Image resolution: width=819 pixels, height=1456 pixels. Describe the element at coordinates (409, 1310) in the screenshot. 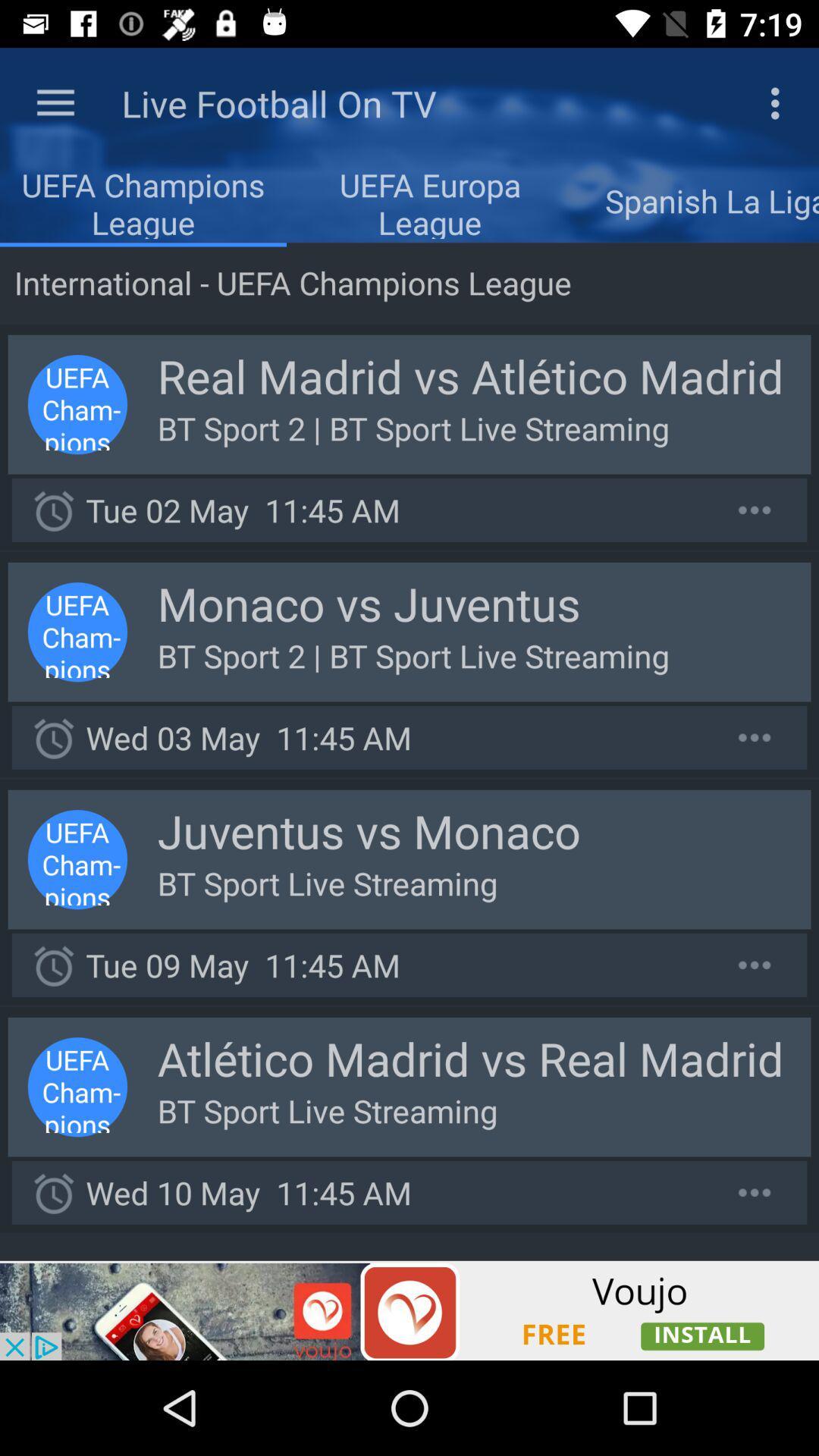

I see `advertising advertisements` at that location.